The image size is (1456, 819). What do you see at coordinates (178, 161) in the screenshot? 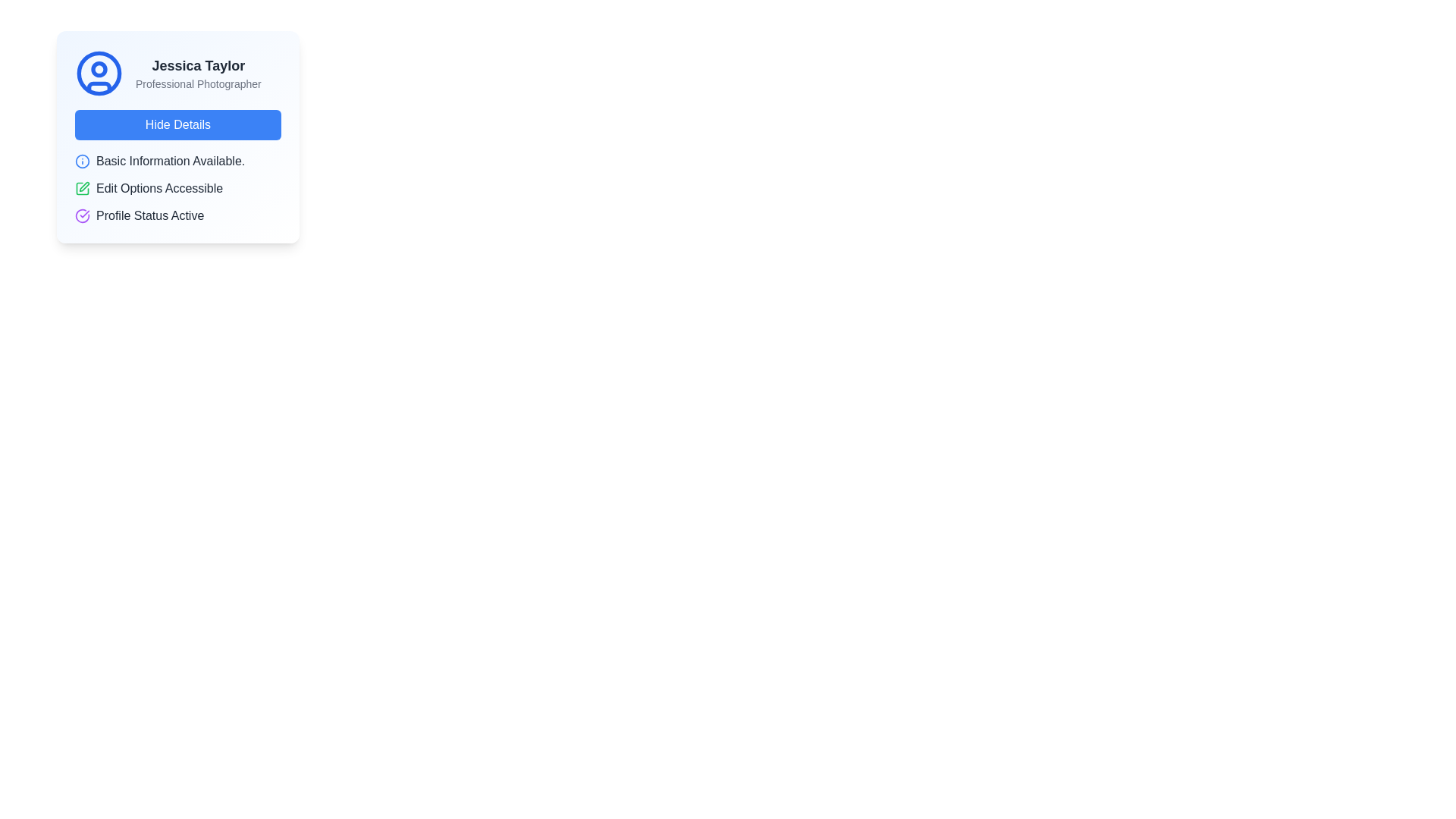
I see `the text label 'Basic Information Available.' with a blue circular information icon on its left, located in the middle of the card` at bounding box center [178, 161].